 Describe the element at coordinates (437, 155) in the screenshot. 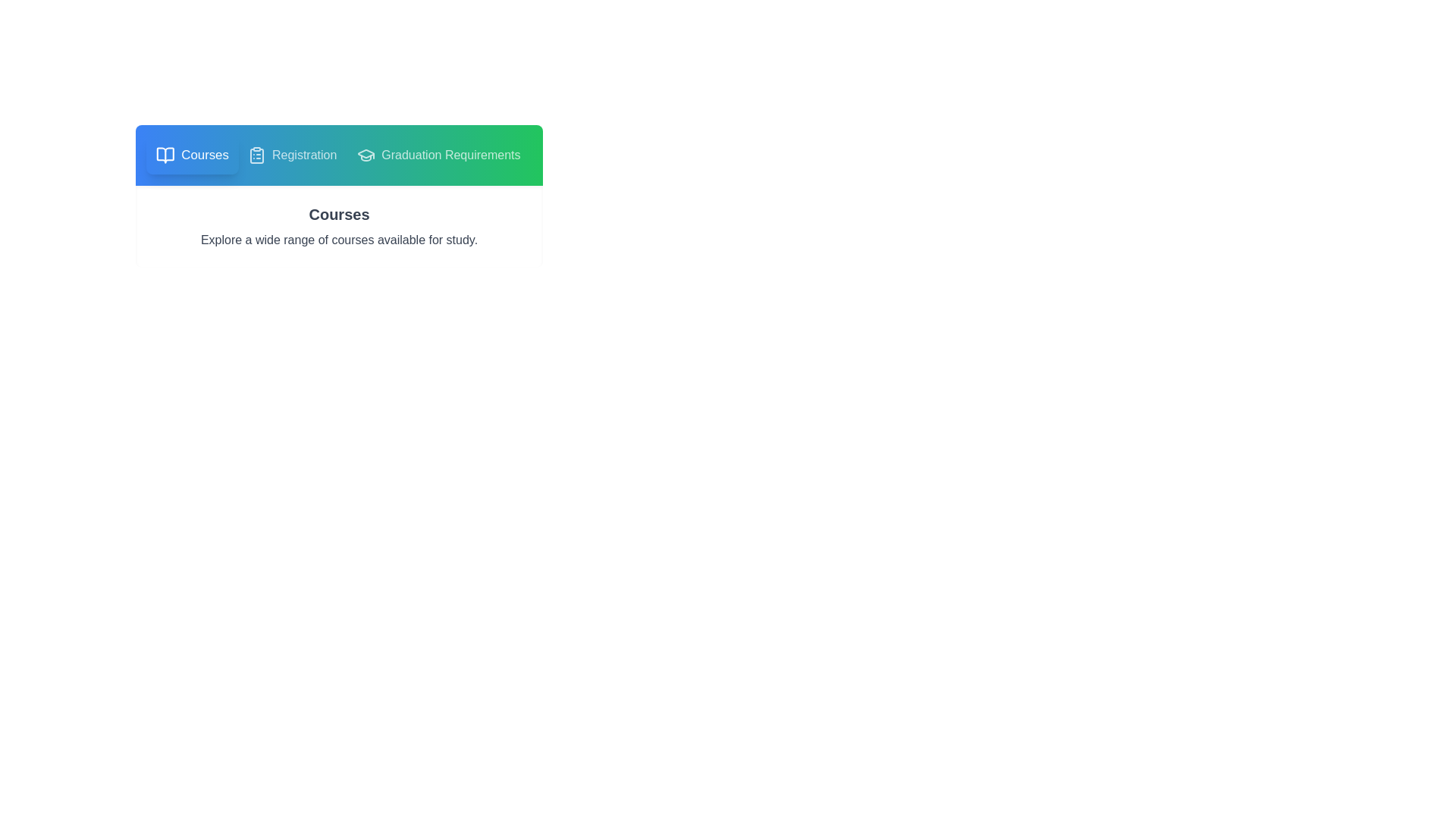

I see `the tab labeled Graduation Requirements` at that location.